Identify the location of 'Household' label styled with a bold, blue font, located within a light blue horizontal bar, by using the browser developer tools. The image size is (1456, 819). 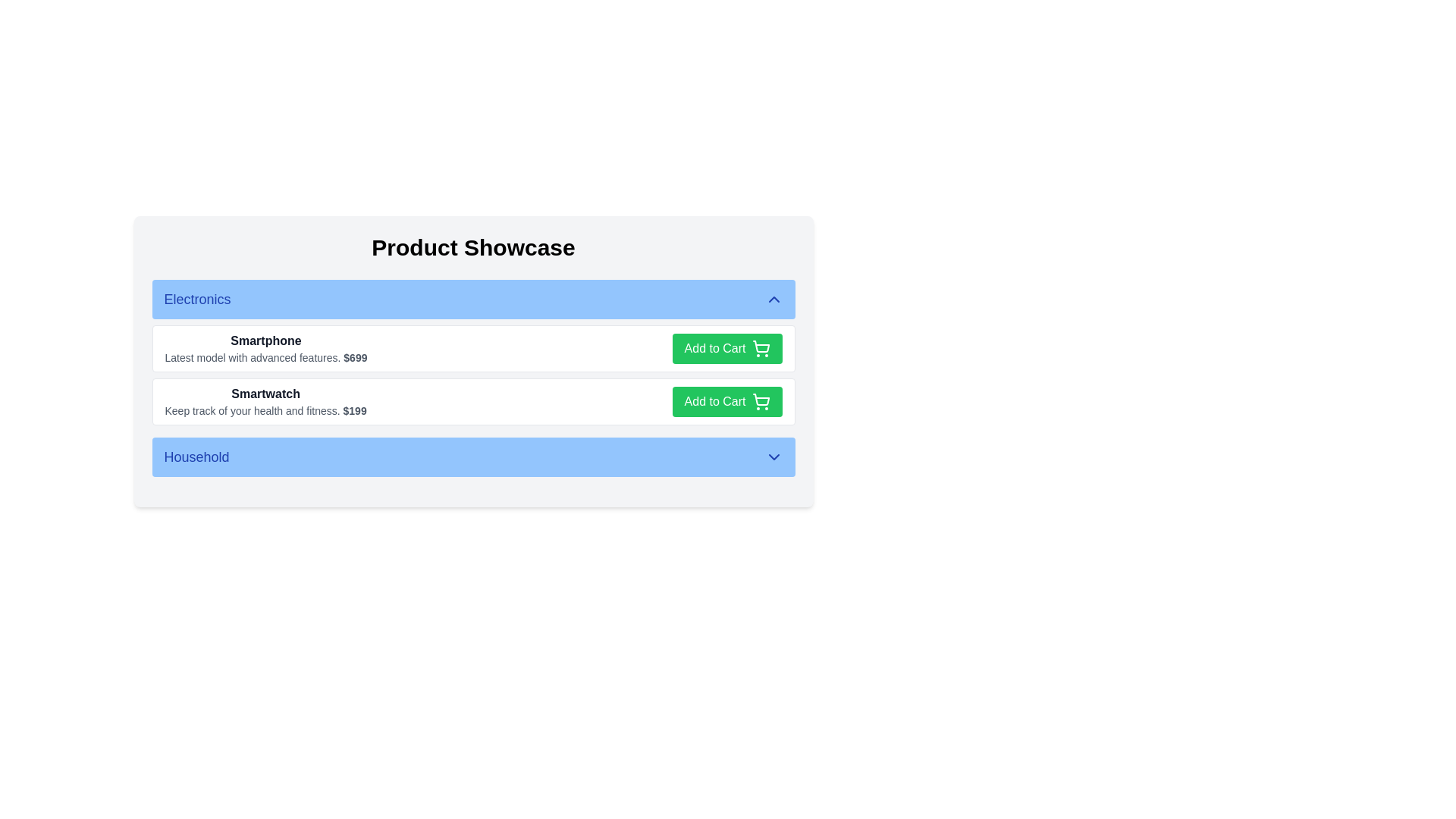
(196, 456).